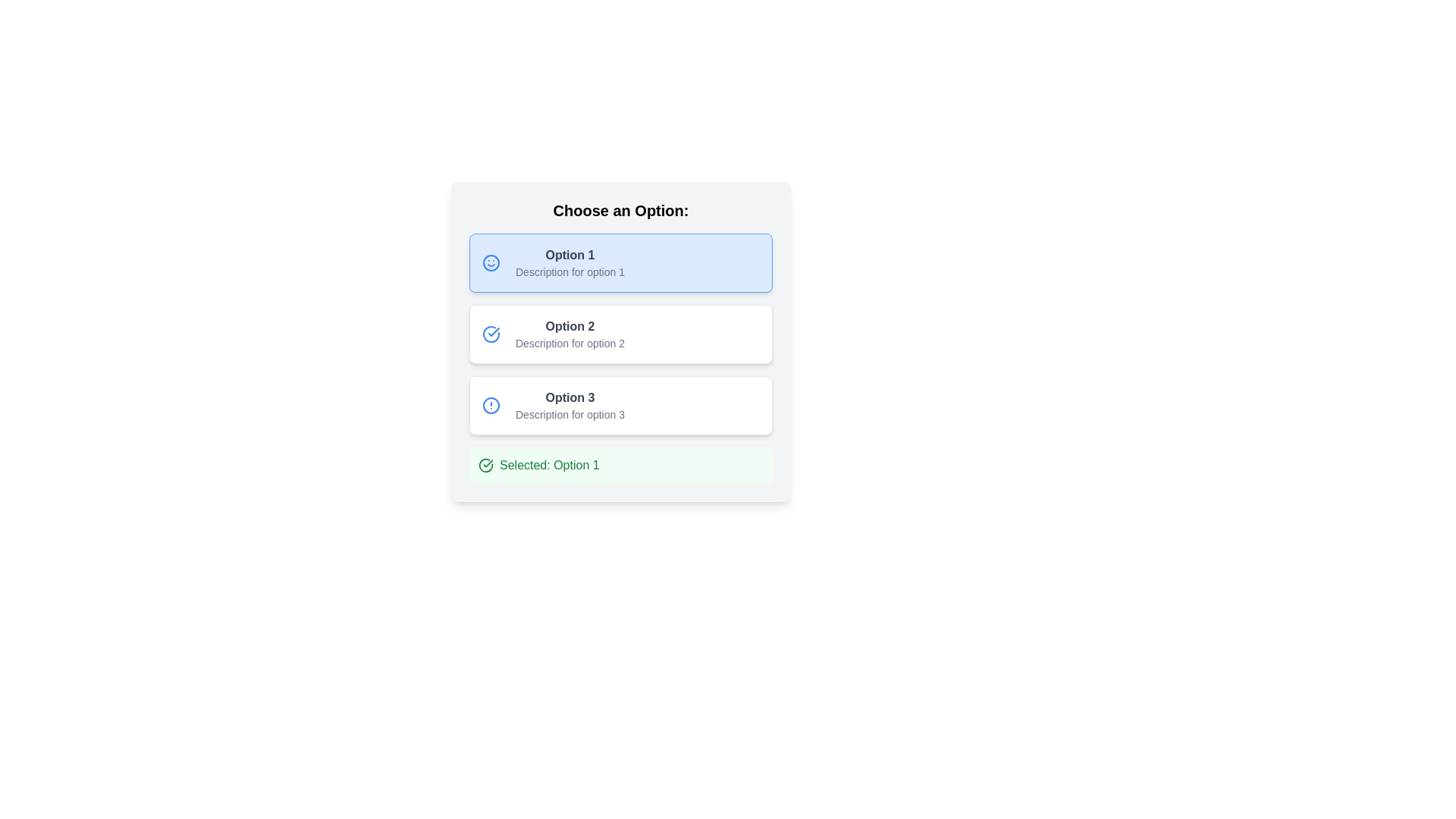 This screenshot has height=819, width=1456. I want to click on the selectable list item for 'Option 3', so click(570, 405).